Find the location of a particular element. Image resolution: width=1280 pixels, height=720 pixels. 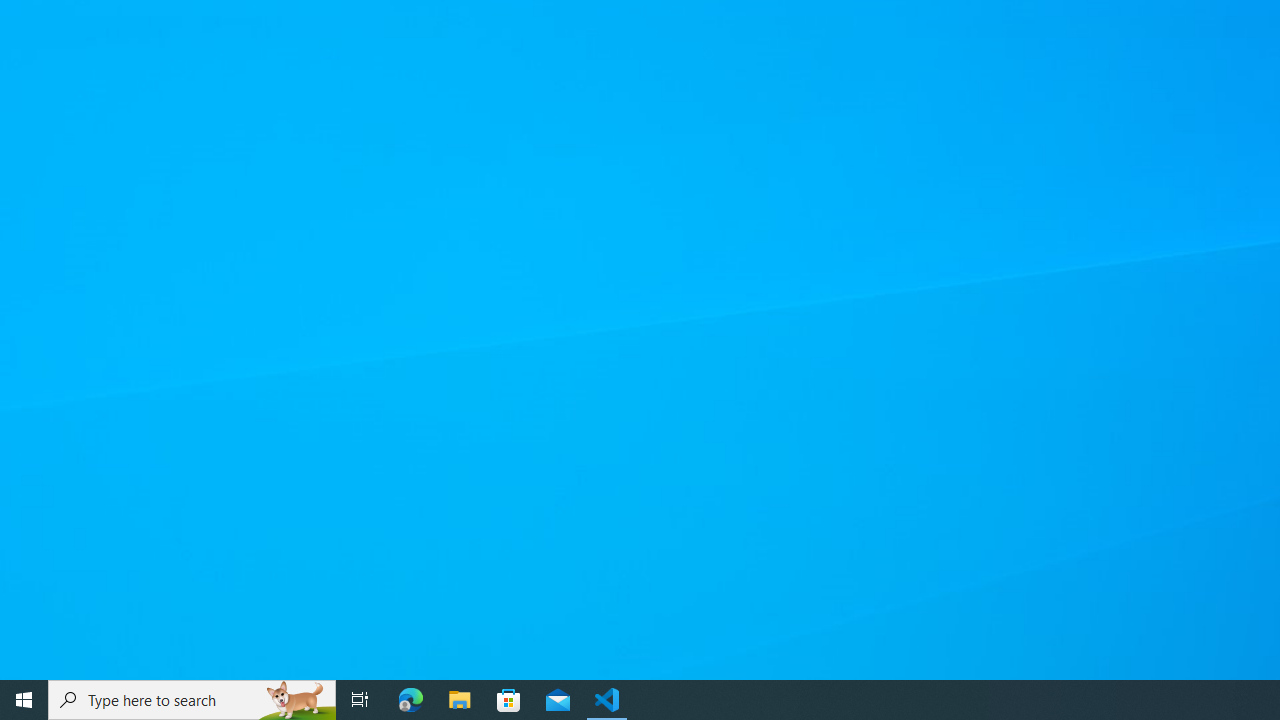

'Microsoft Store' is located at coordinates (509, 698).